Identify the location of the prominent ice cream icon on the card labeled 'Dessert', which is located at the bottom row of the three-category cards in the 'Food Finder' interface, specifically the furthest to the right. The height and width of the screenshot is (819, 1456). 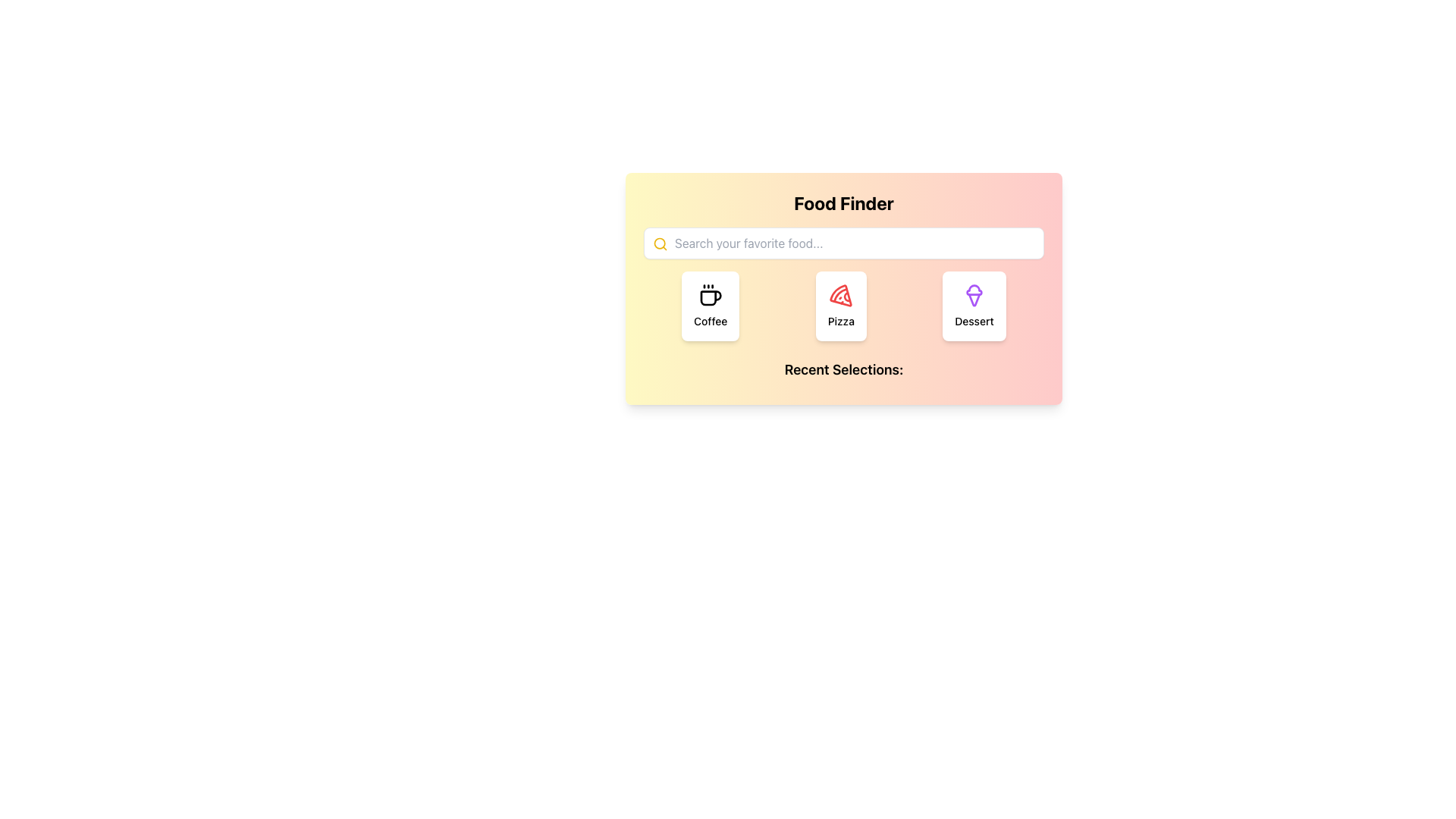
(974, 295).